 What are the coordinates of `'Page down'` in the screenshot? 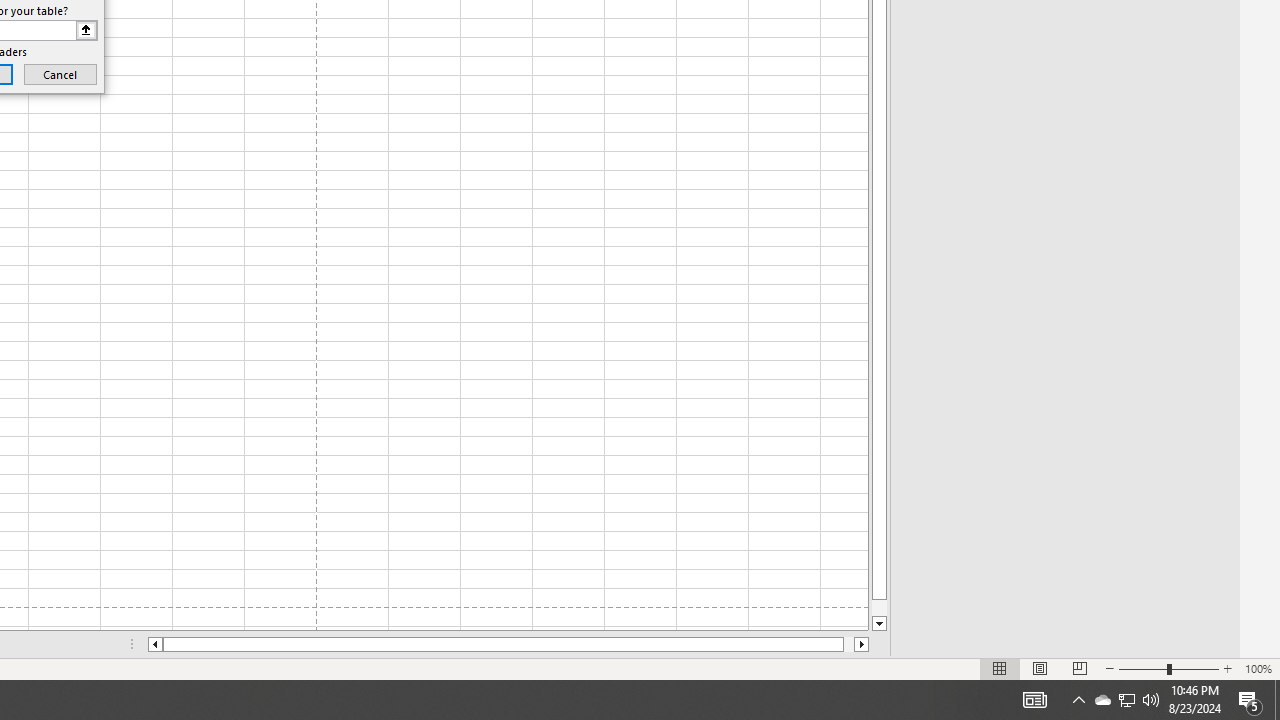 It's located at (879, 607).